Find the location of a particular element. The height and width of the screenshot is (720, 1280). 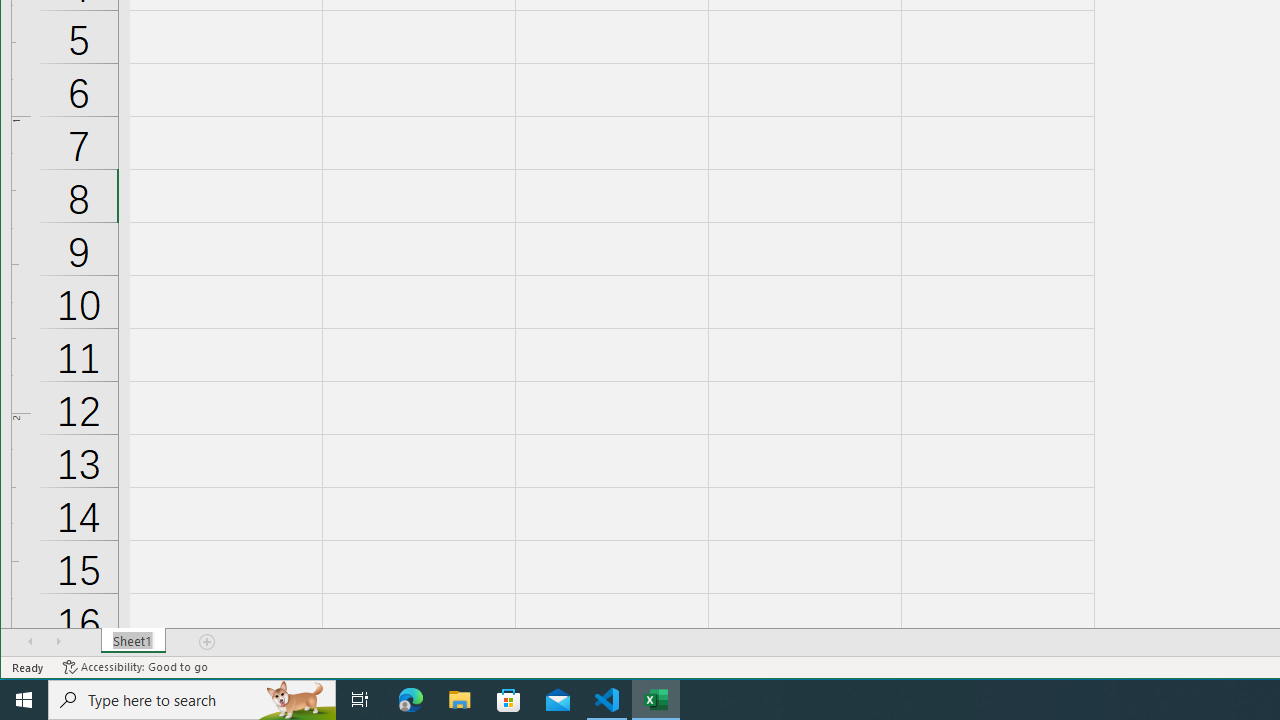

'Start' is located at coordinates (24, 698).